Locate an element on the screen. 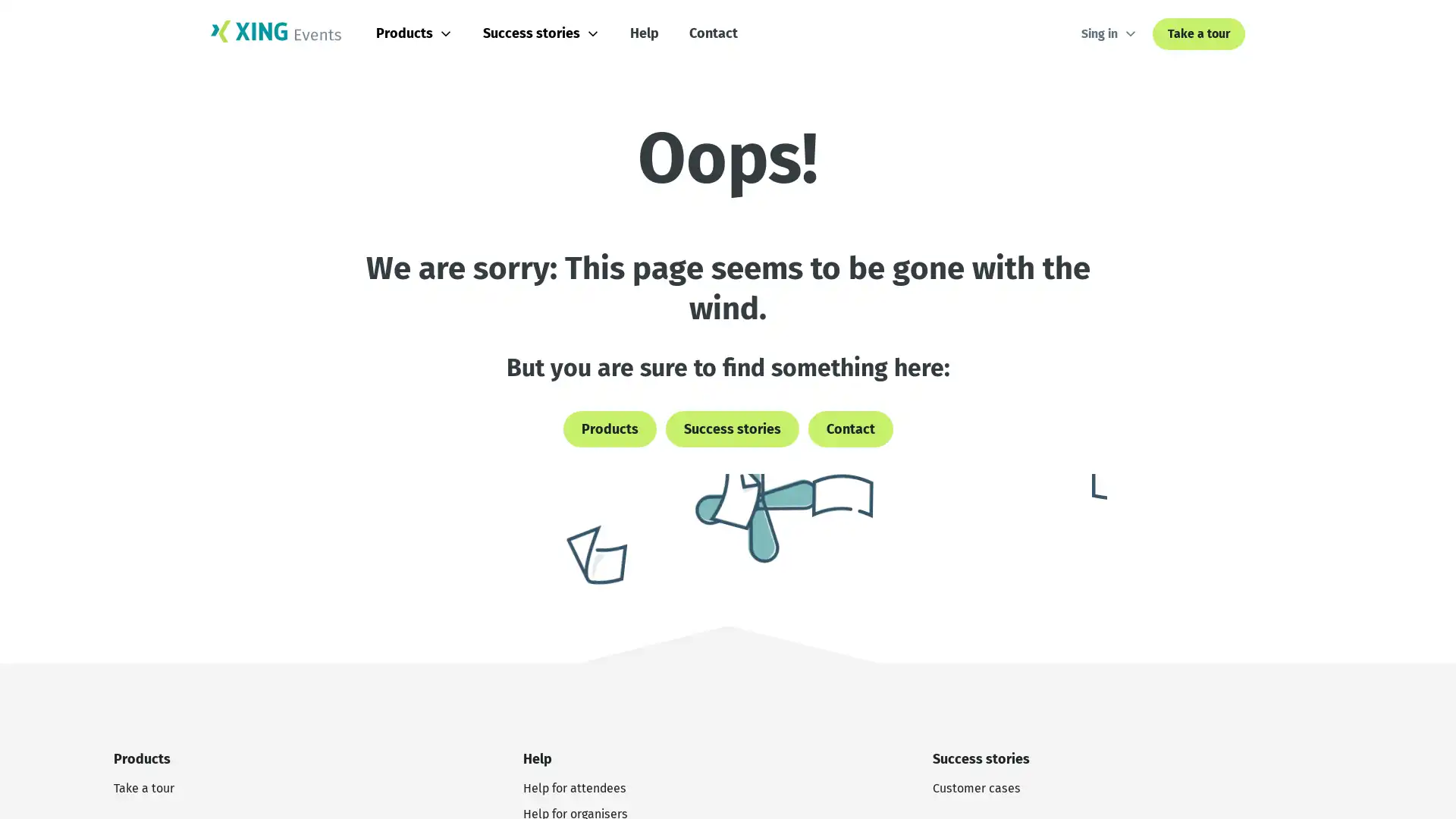 The image size is (1456, 819). Products Symbol Arrow down is located at coordinates (425, 33).